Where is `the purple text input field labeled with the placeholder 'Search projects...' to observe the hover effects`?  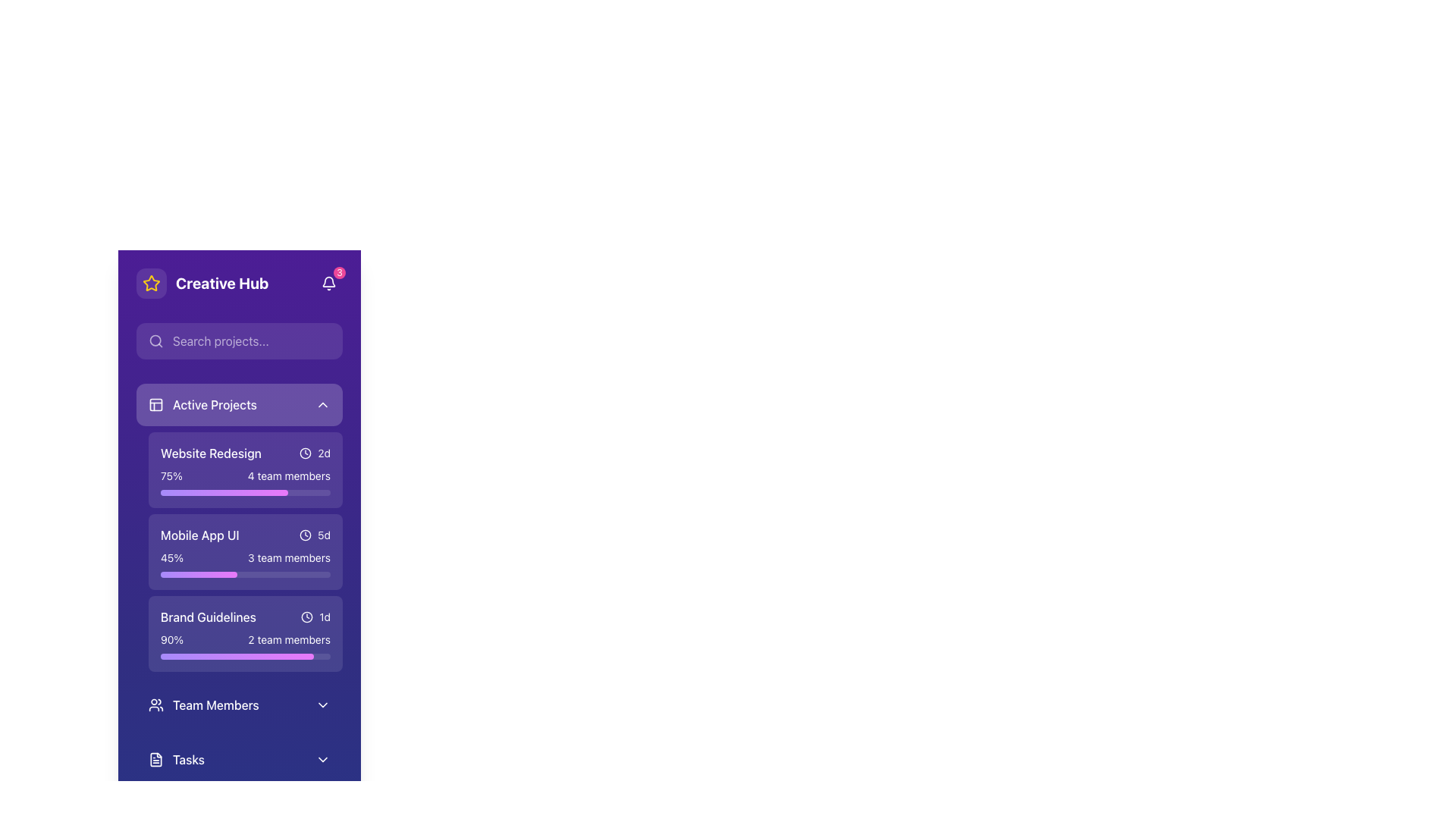
the purple text input field labeled with the placeholder 'Search projects...' to observe the hover effects is located at coordinates (239, 341).